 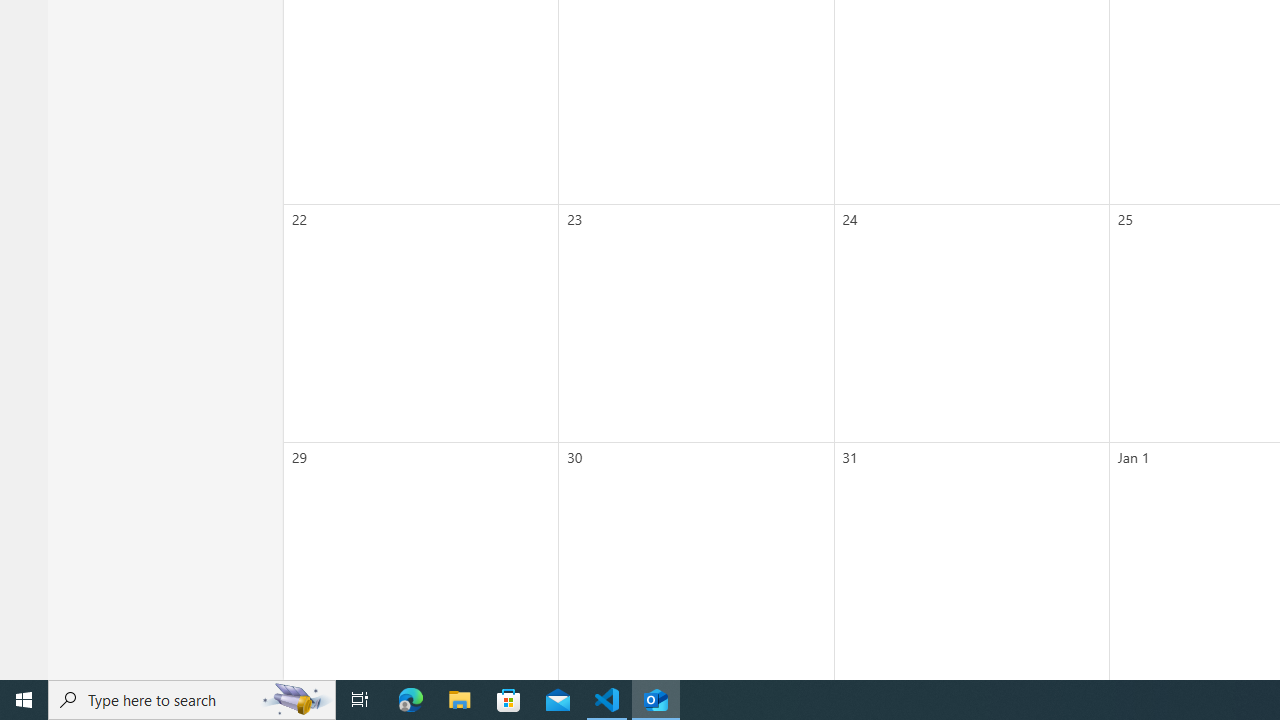 What do you see at coordinates (606, 698) in the screenshot?
I see `'Visual Studio Code - 1 running window'` at bounding box center [606, 698].